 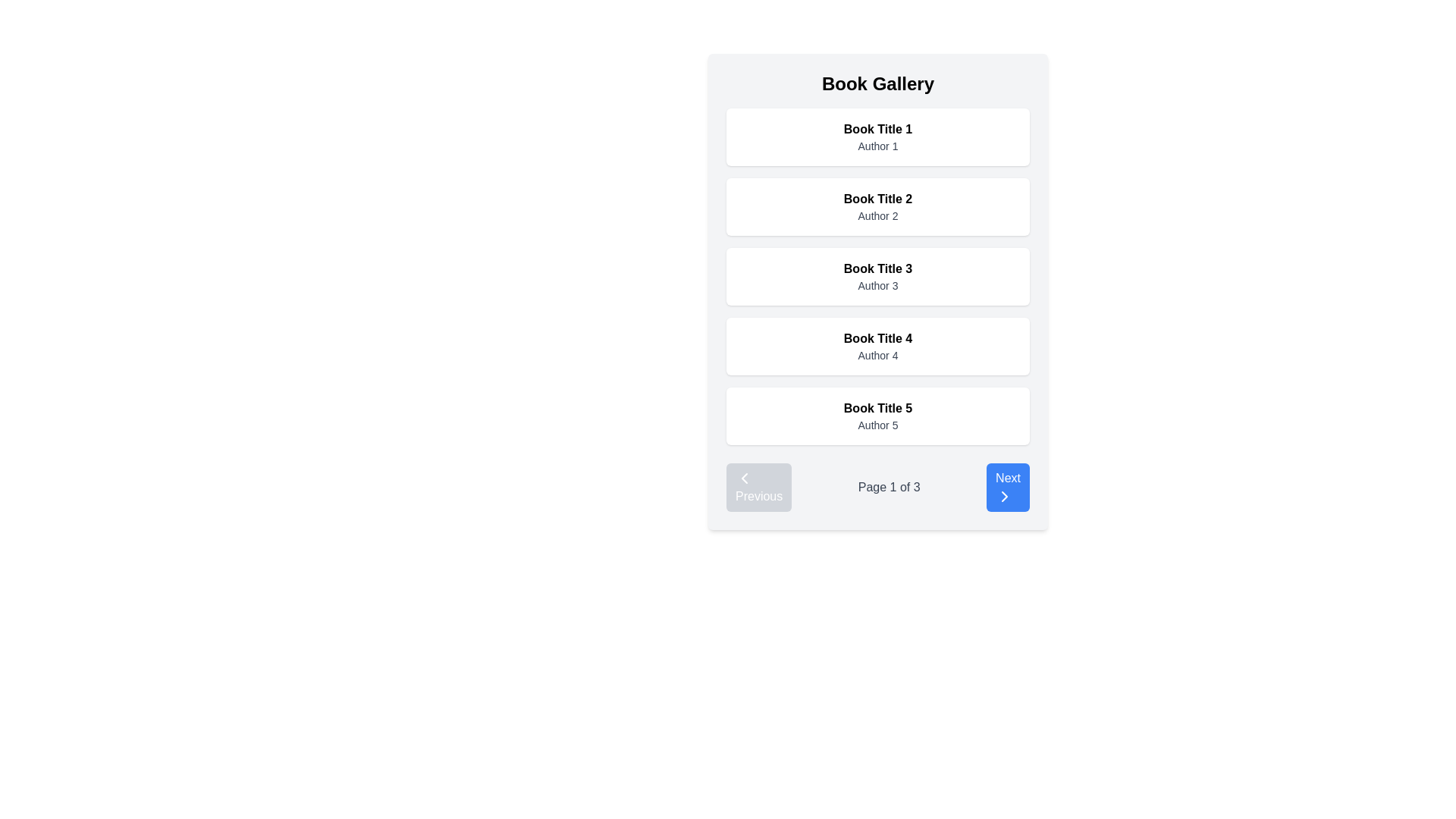 I want to click on the fifth card in the Book Gallery, which displays 'Book Title 5' in bold and 'Author 5' in smaller gray text, so click(x=877, y=416).